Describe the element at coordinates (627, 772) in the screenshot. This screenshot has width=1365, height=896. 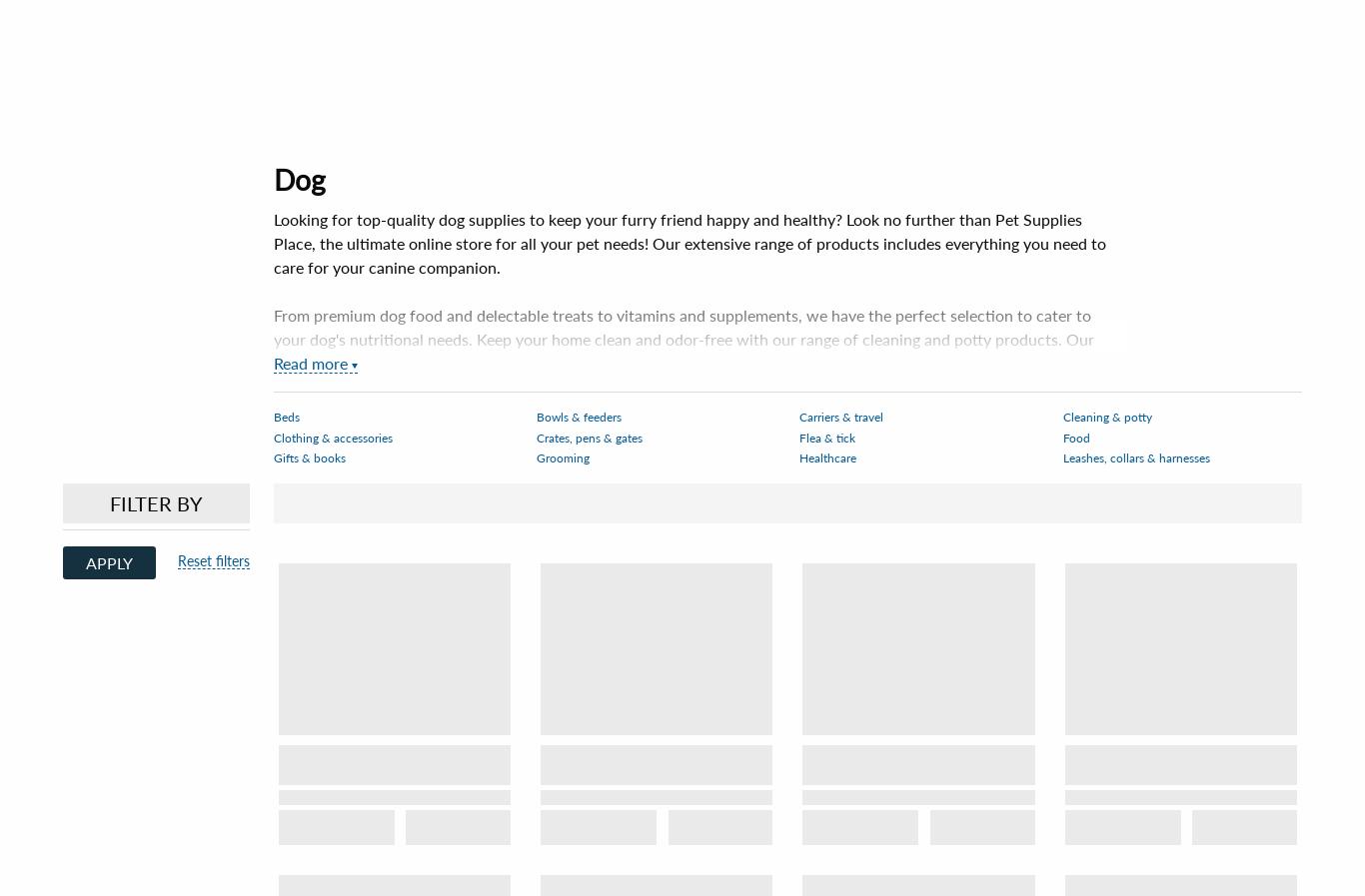
I see `'Order Communication'` at that location.